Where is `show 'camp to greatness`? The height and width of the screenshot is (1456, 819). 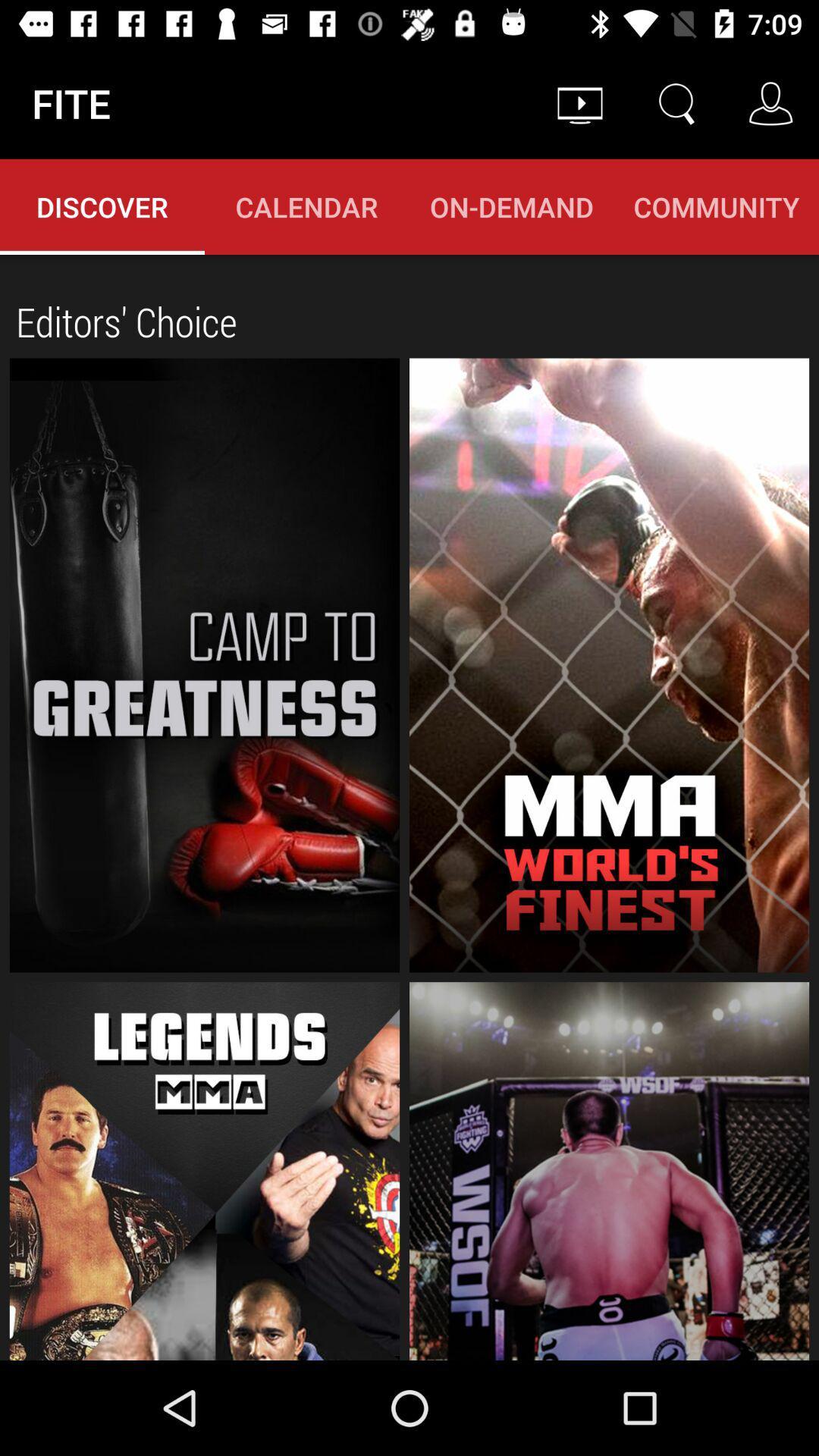 show 'camp to greatness is located at coordinates (205, 665).